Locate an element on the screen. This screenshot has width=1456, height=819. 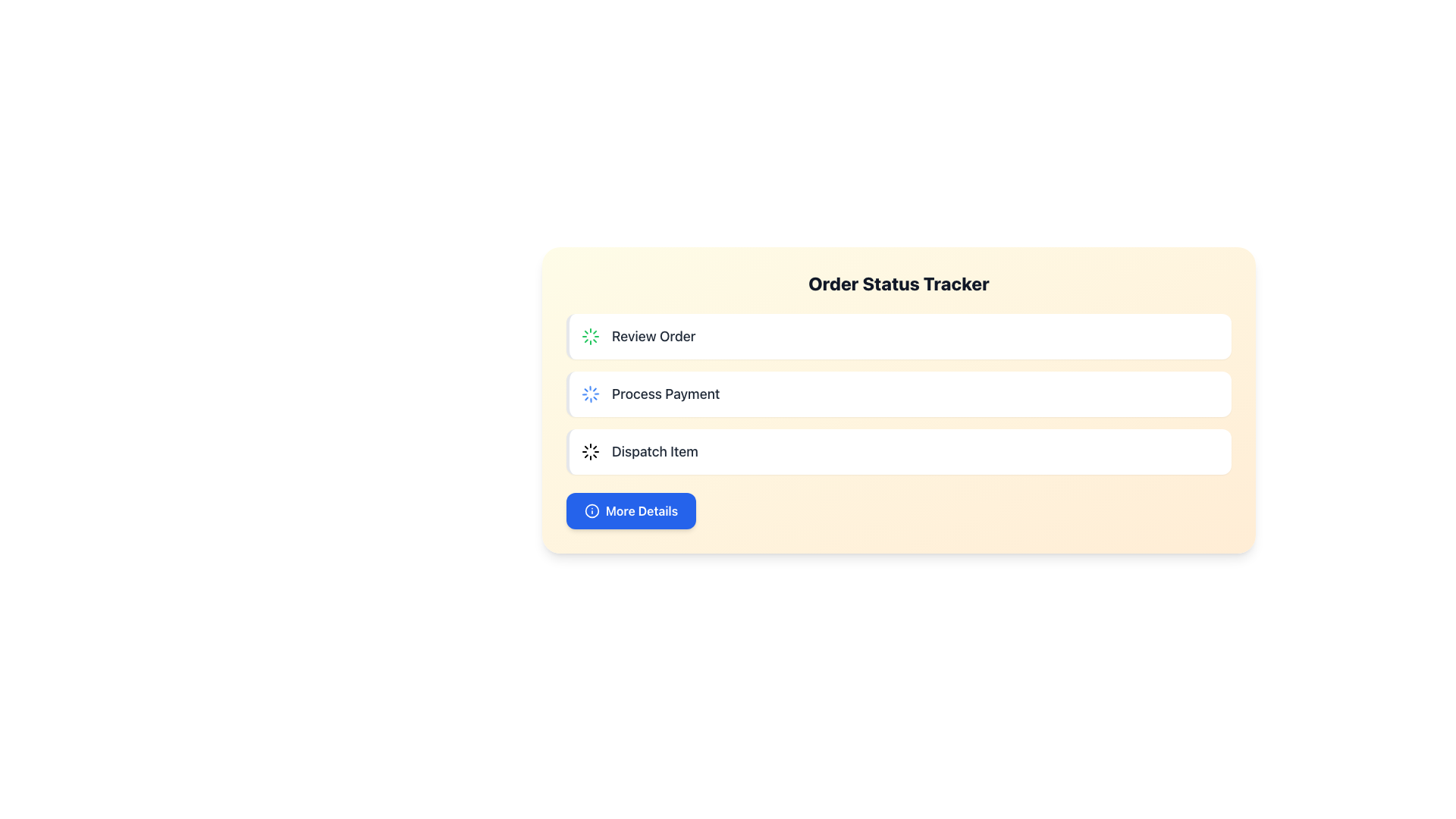
the button located at the bottom of the 'Order Status Tracker' section is located at coordinates (631, 511).